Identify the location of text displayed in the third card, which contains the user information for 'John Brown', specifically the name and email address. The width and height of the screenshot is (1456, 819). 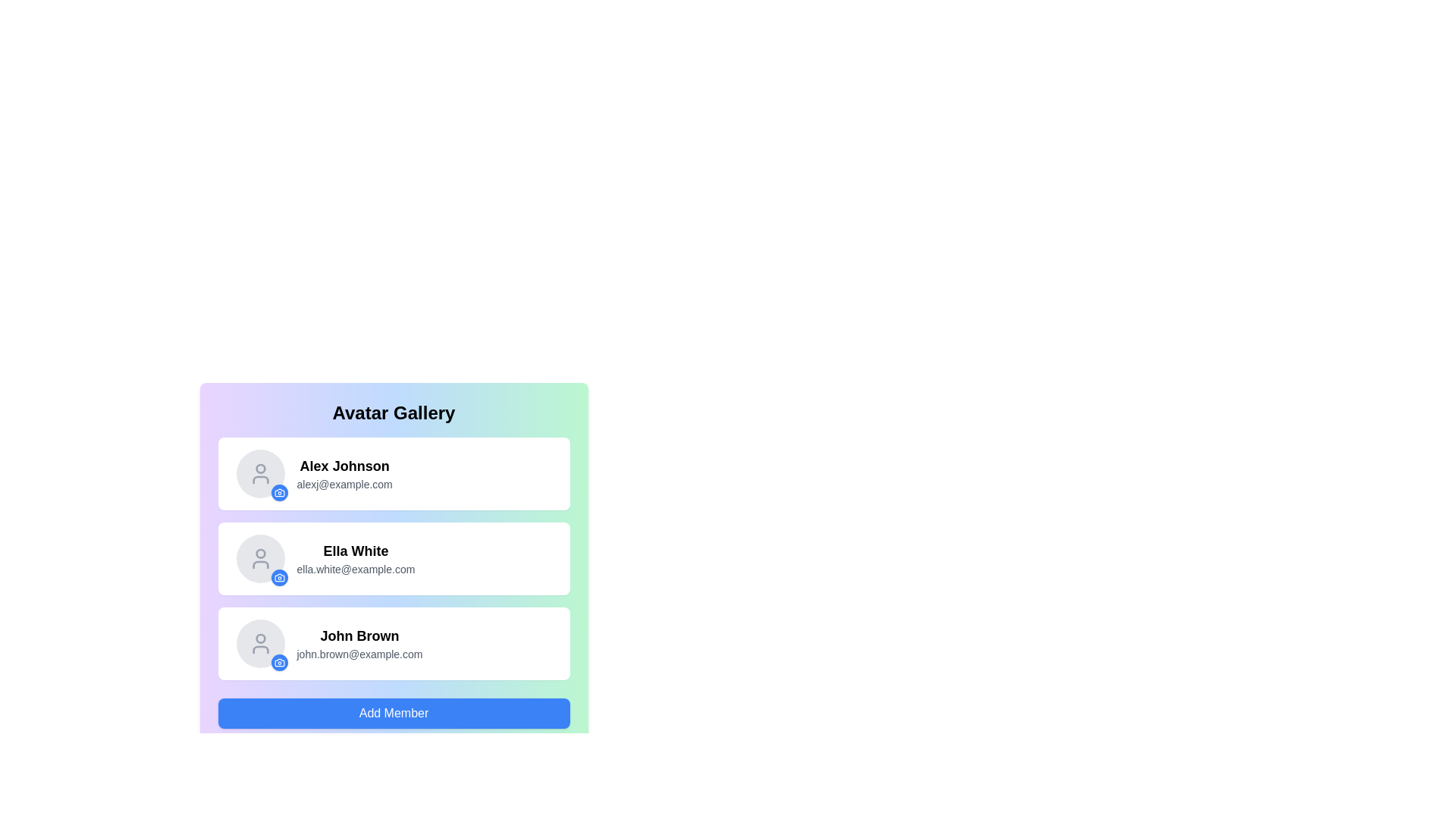
(359, 643).